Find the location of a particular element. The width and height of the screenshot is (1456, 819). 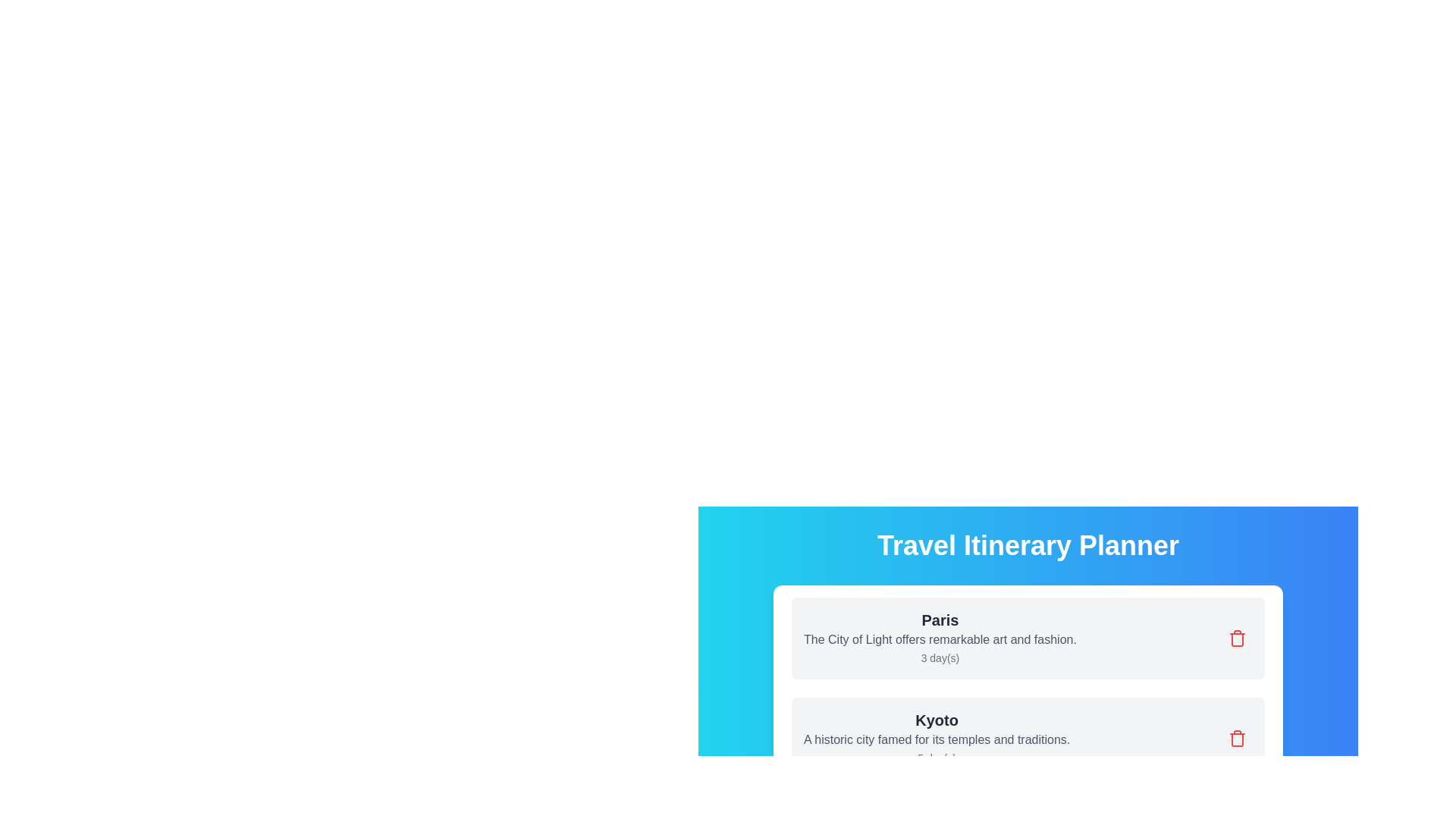

text label indicating the duration associated with the destination 'Kyoto', located at the bottom of the card describing the city is located at coordinates (936, 758).